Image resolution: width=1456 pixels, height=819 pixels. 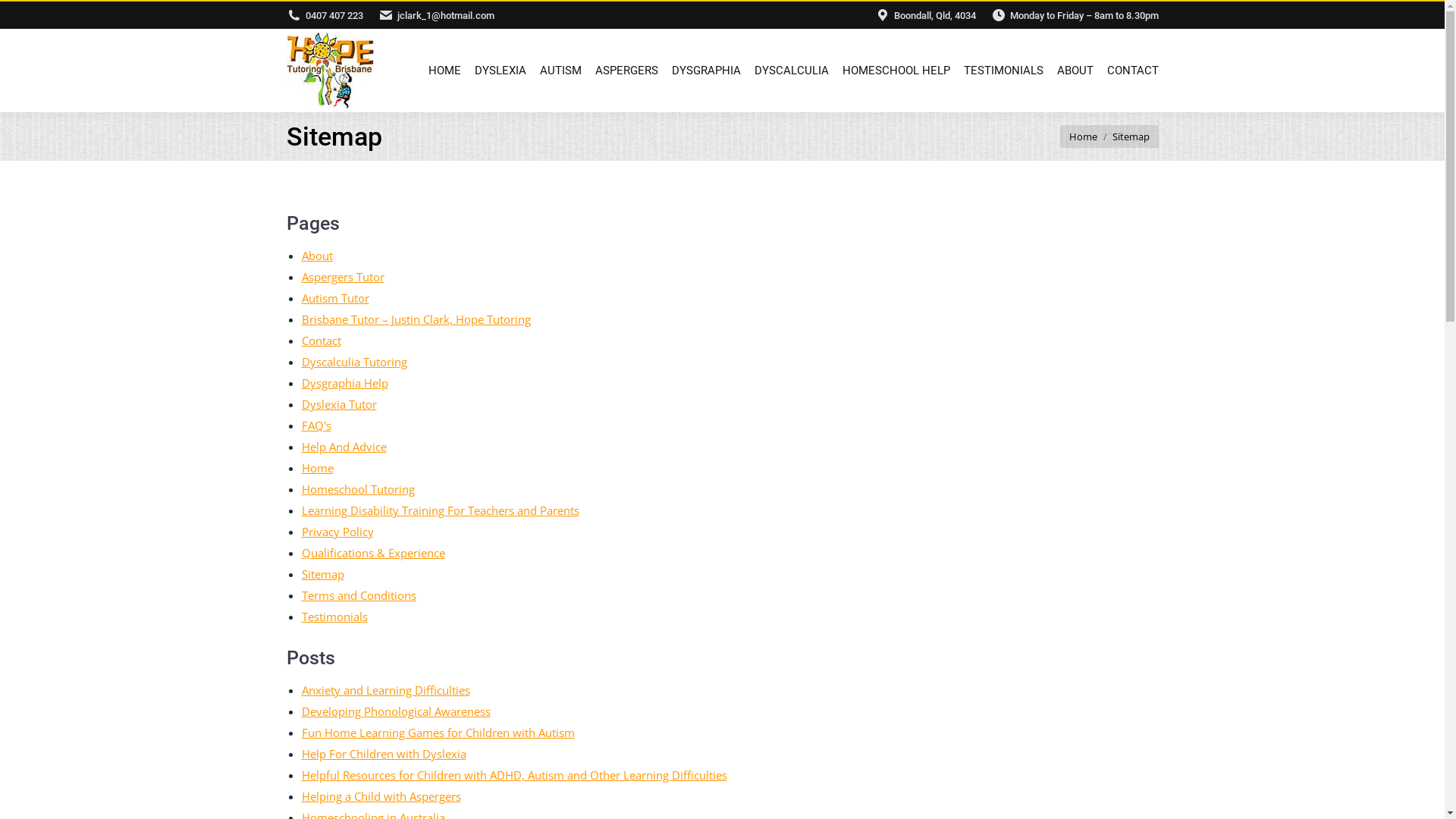 I want to click on 'Help For Children with Dyslexia', so click(x=384, y=754).